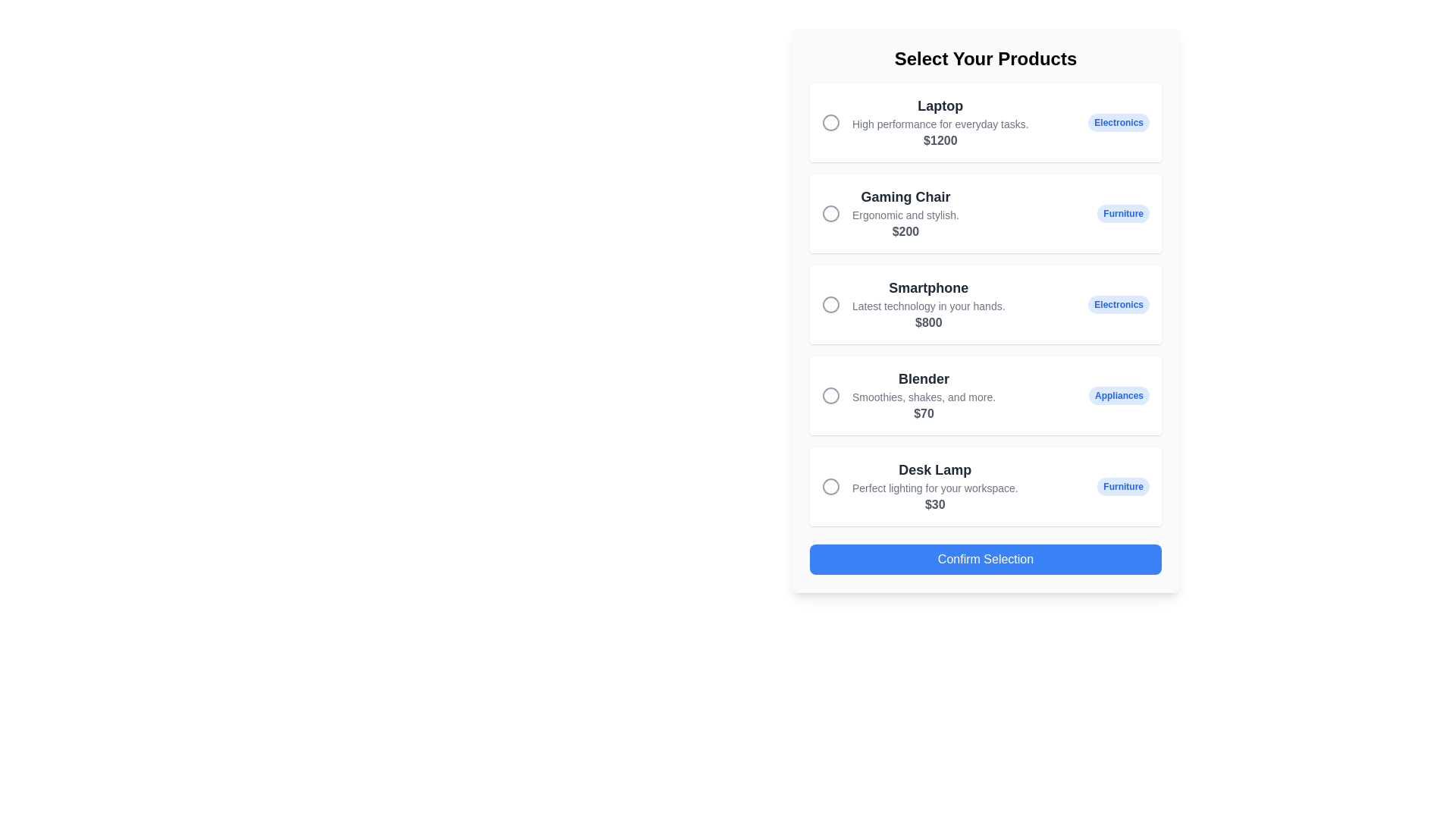  Describe the element at coordinates (986, 58) in the screenshot. I see `text of the heading that says 'Select Your Products', which is a large, bold typography element centered at the top of the card interface` at that location.